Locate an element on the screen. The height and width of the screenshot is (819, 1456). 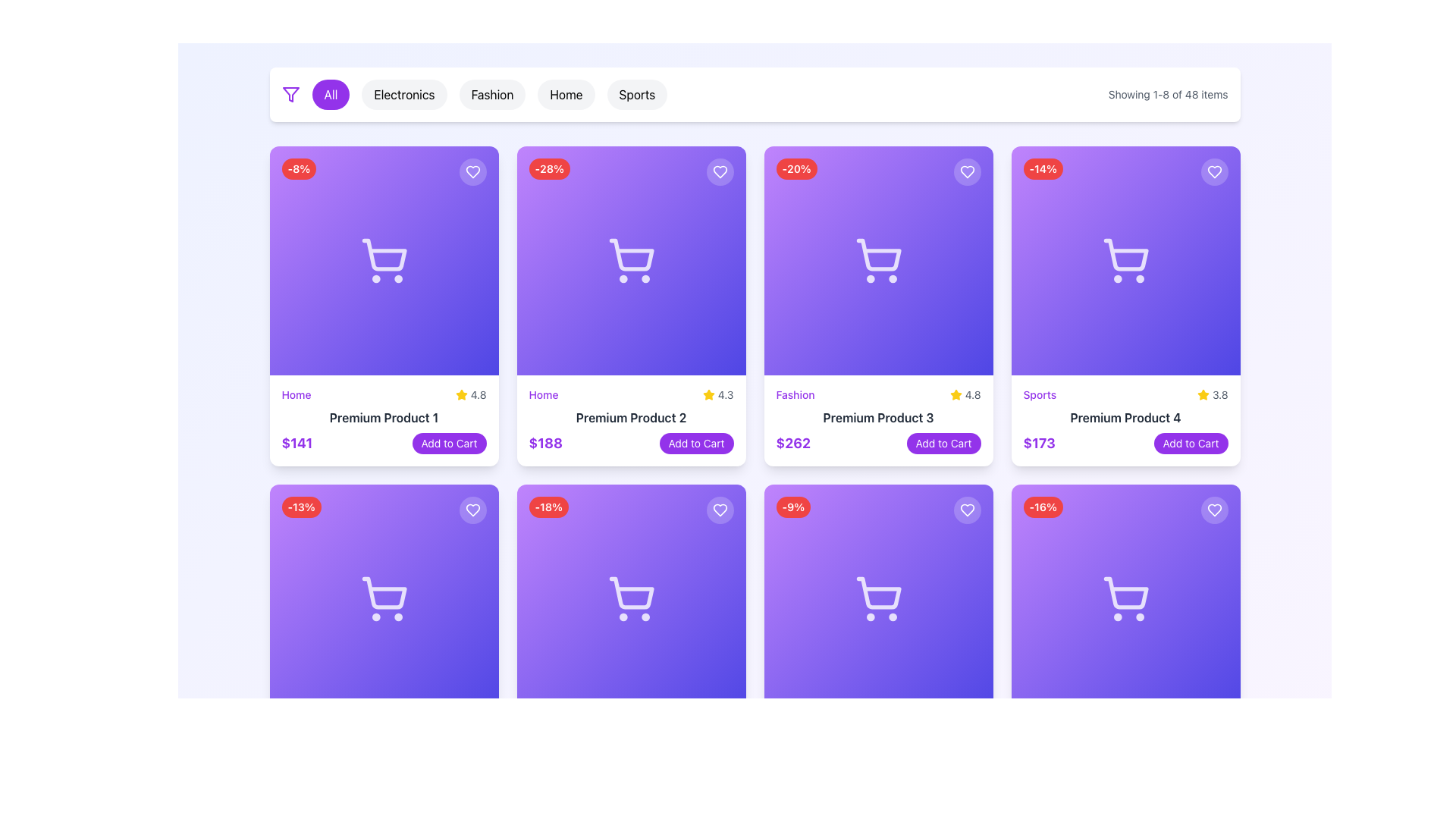
the heart icon located at the bottom-right corner of the product card to mark the item as favorite is located at coordinates (1214, 510).